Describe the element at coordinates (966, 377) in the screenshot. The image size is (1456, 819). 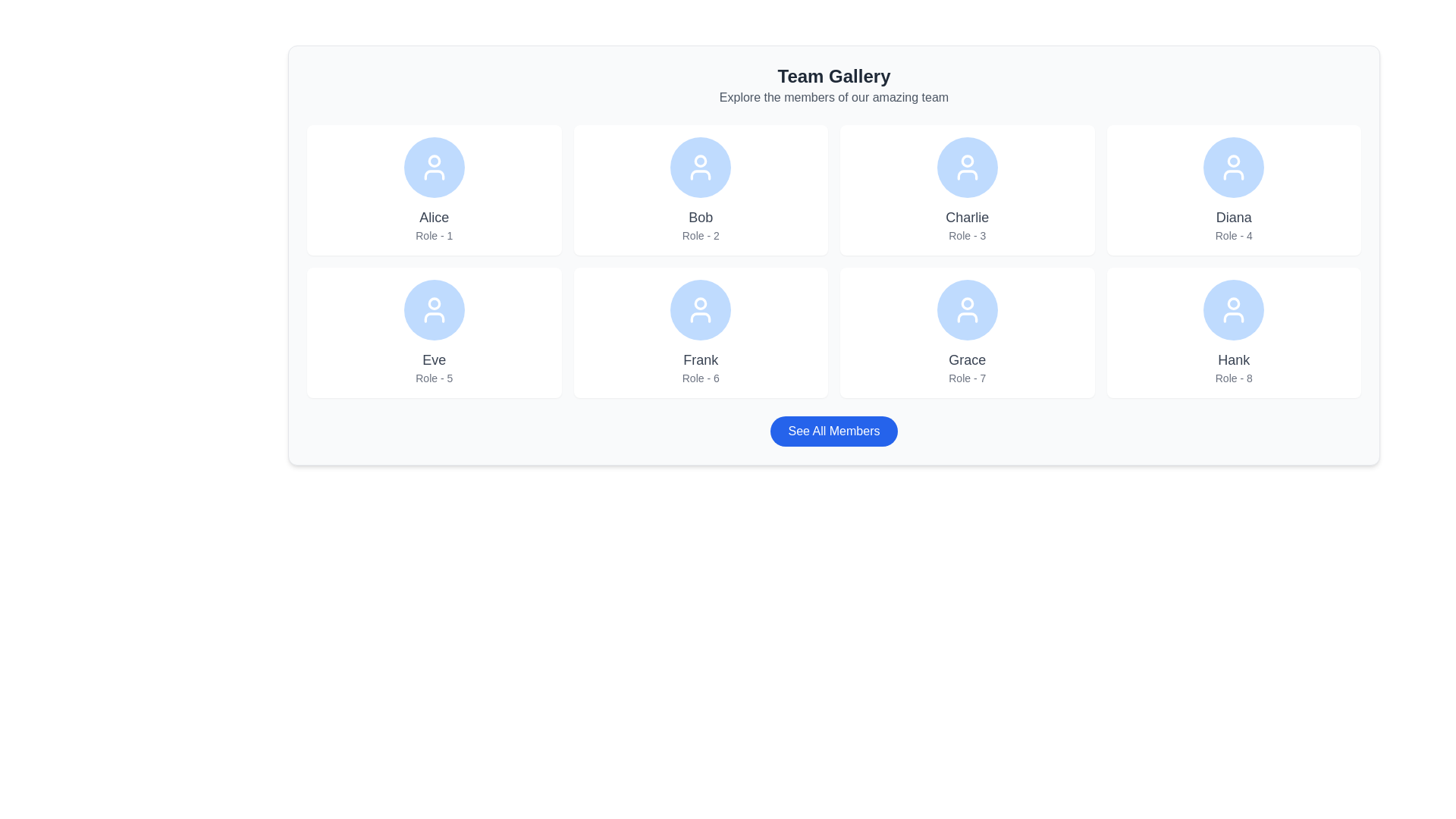
I see `text label indicating the role information assigned to 'Grace', which is centrally located below the circular icon and the name 'Grace' within the card in the second row and third column of the grid layout` at that location.